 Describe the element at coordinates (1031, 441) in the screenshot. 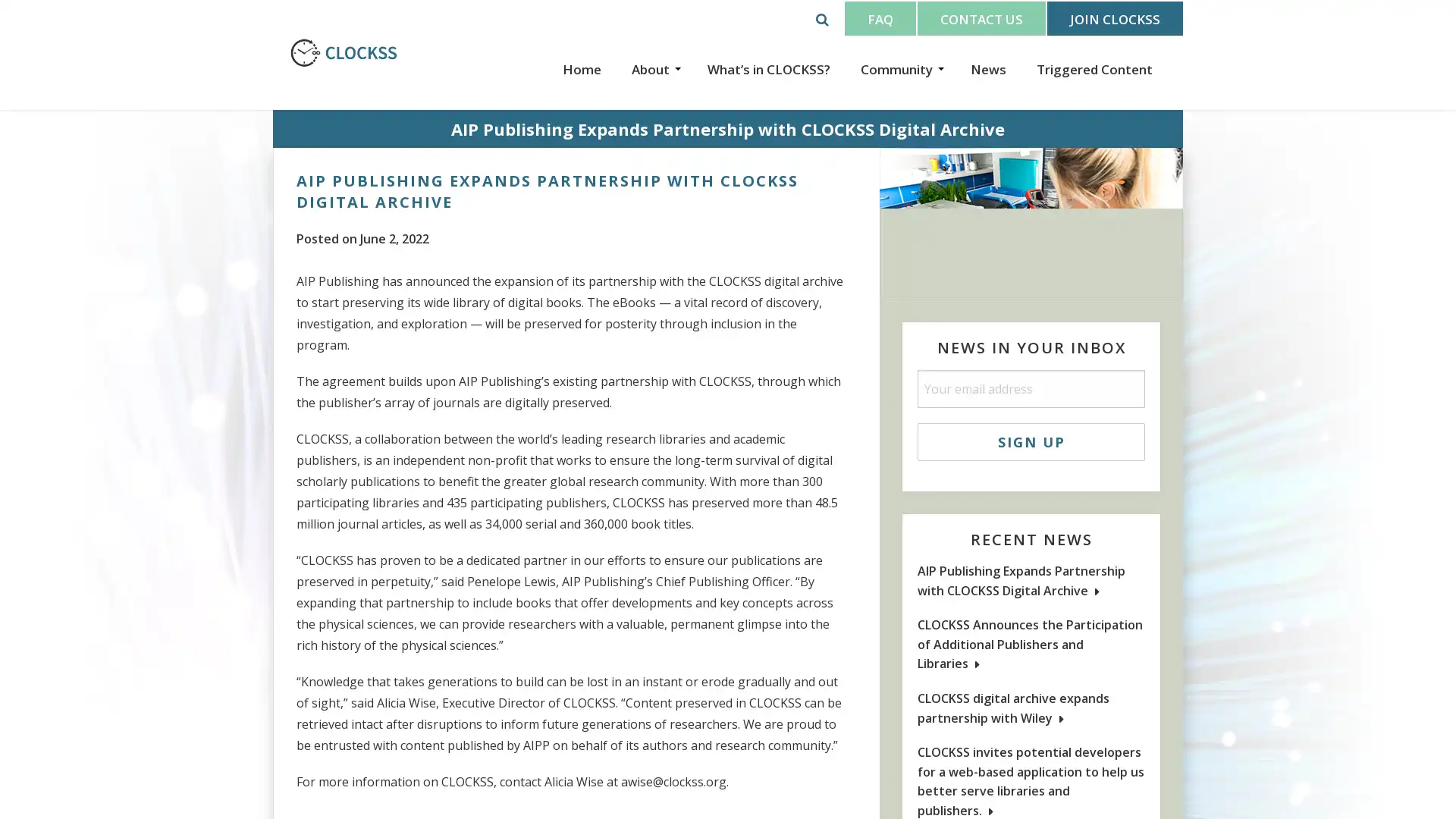

I see `Sign up` at that location.